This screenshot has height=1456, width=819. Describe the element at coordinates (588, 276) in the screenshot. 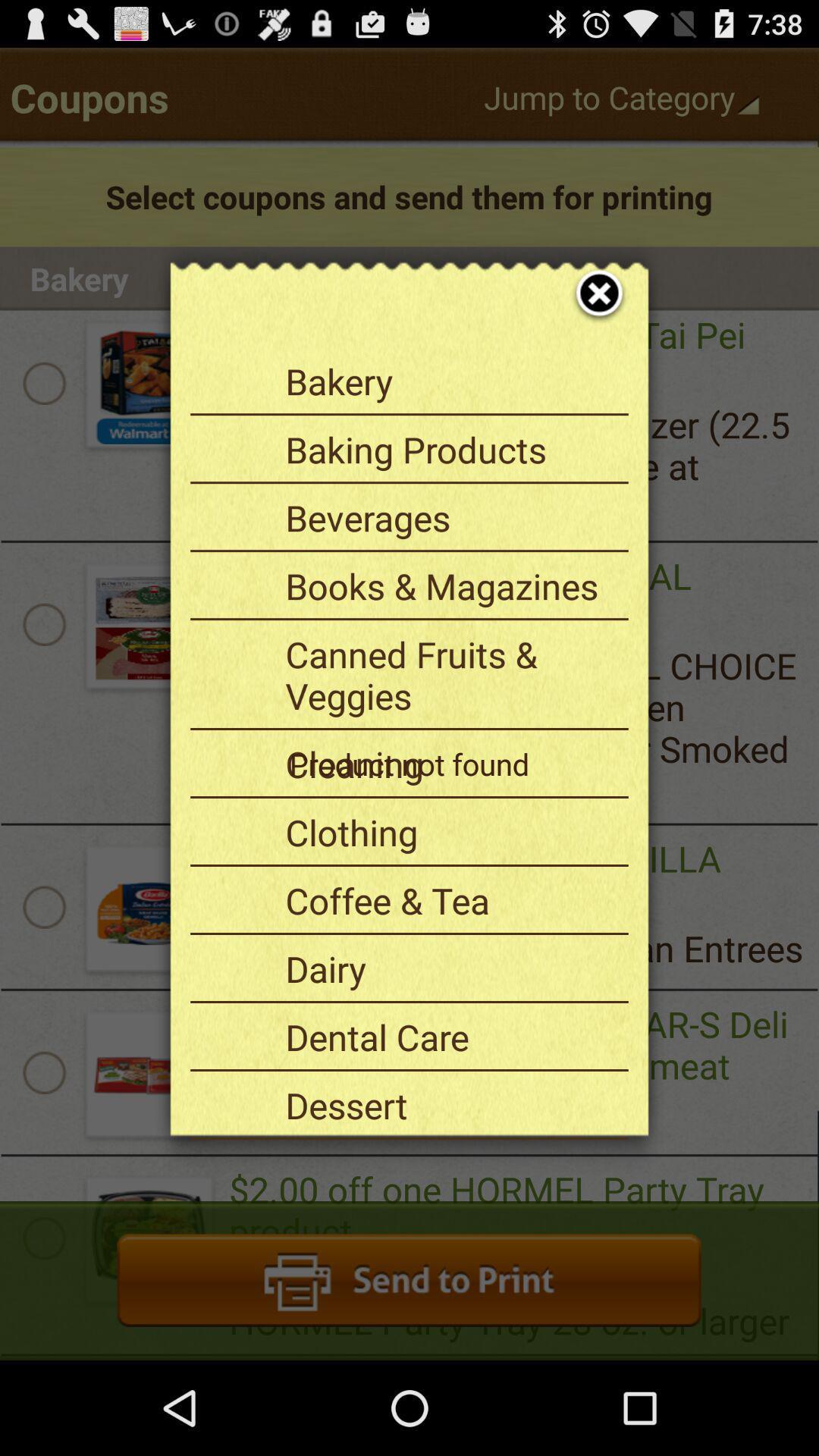

I see `icon at the top right corner` at that location.